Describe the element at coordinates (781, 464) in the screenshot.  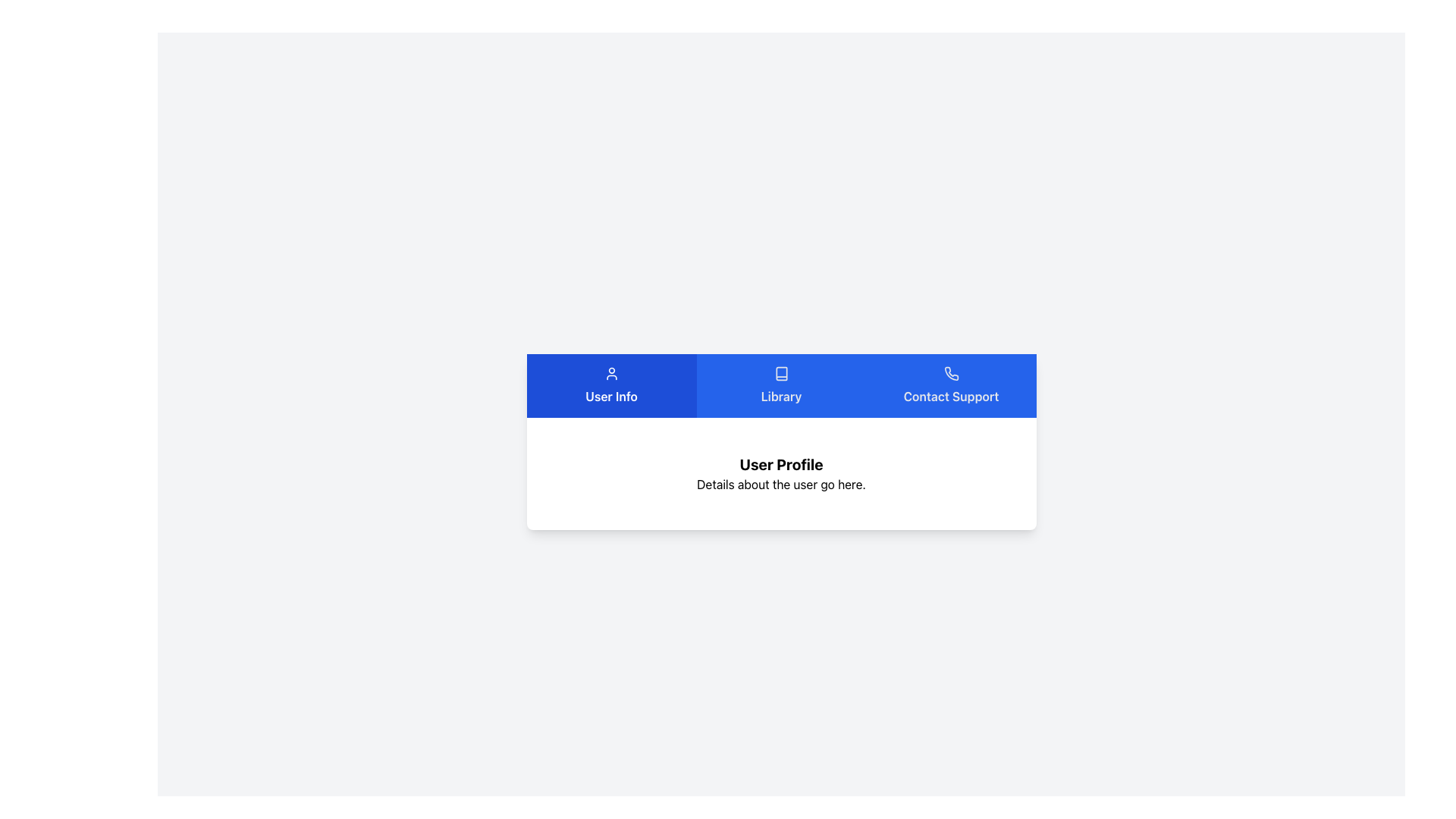
I see `the bold 'User Profile' text label, which is a prominent heading located within a rectangular card below the blue navigation bar` at that location.